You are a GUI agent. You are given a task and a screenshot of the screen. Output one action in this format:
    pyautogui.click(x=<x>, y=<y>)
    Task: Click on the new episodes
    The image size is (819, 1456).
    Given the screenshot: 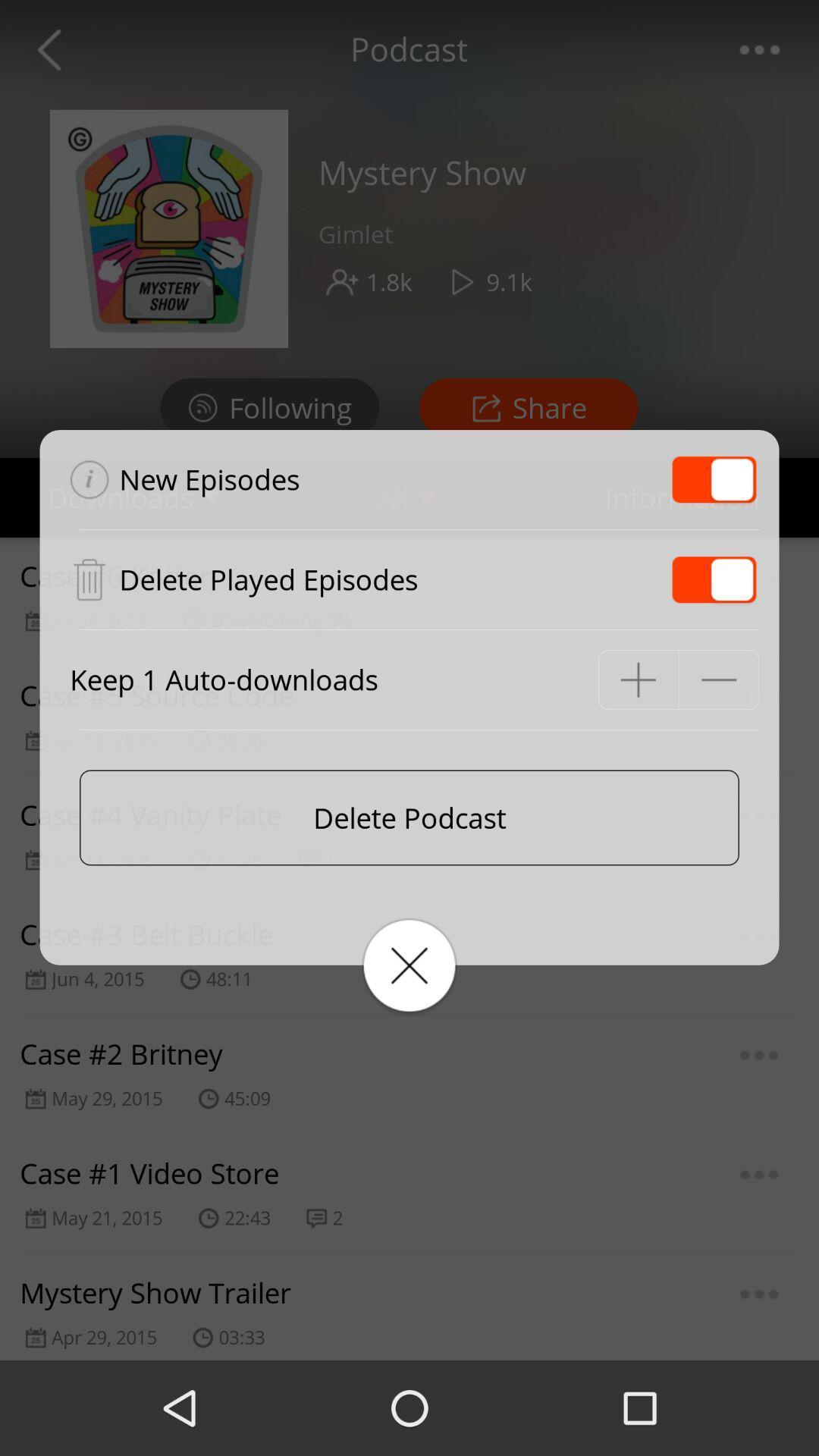 What is the action you would take?
    pyautogui.click(x=714, y=479)
    